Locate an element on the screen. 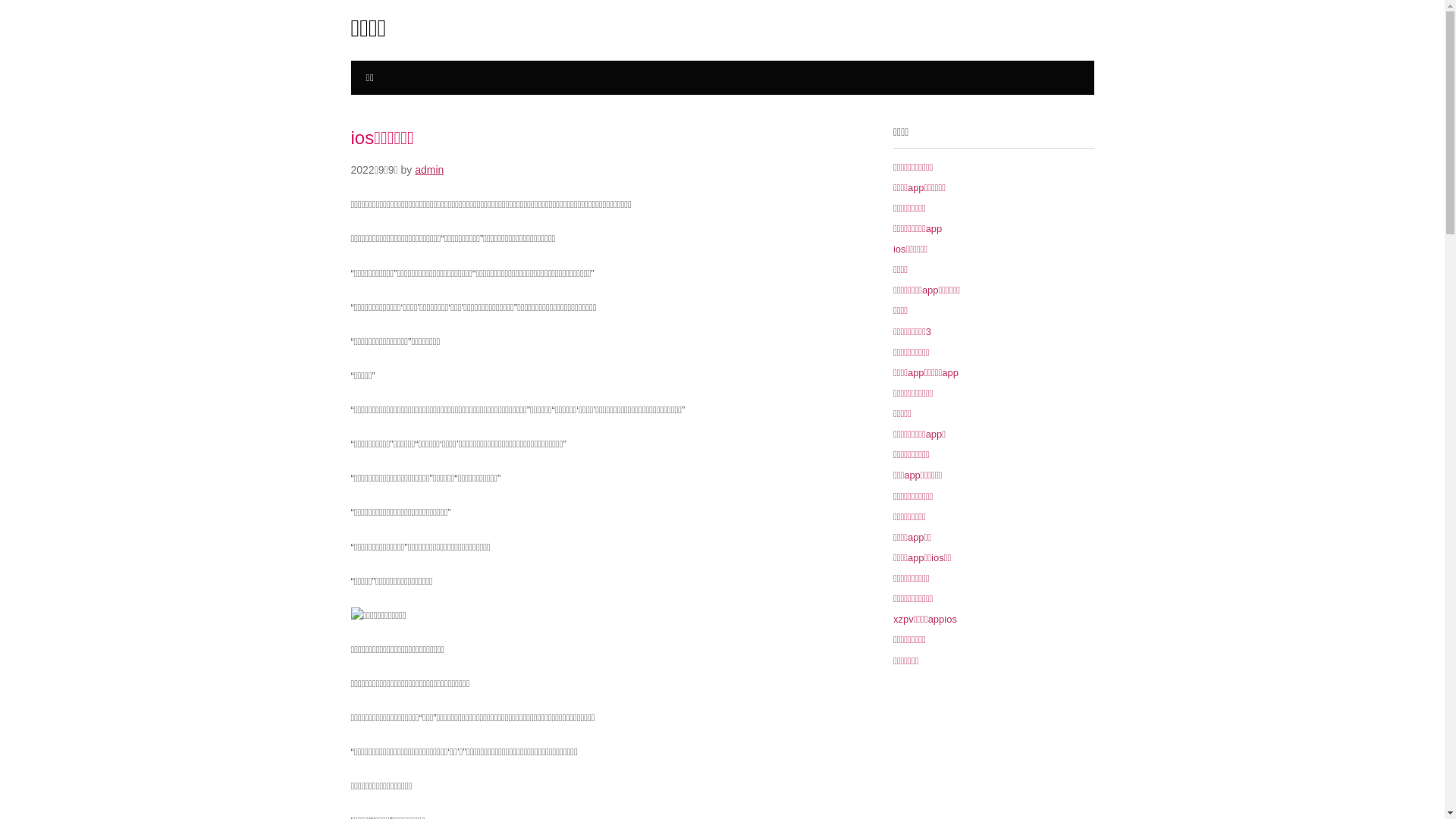  'admin' is located at coordinates (428, 169).